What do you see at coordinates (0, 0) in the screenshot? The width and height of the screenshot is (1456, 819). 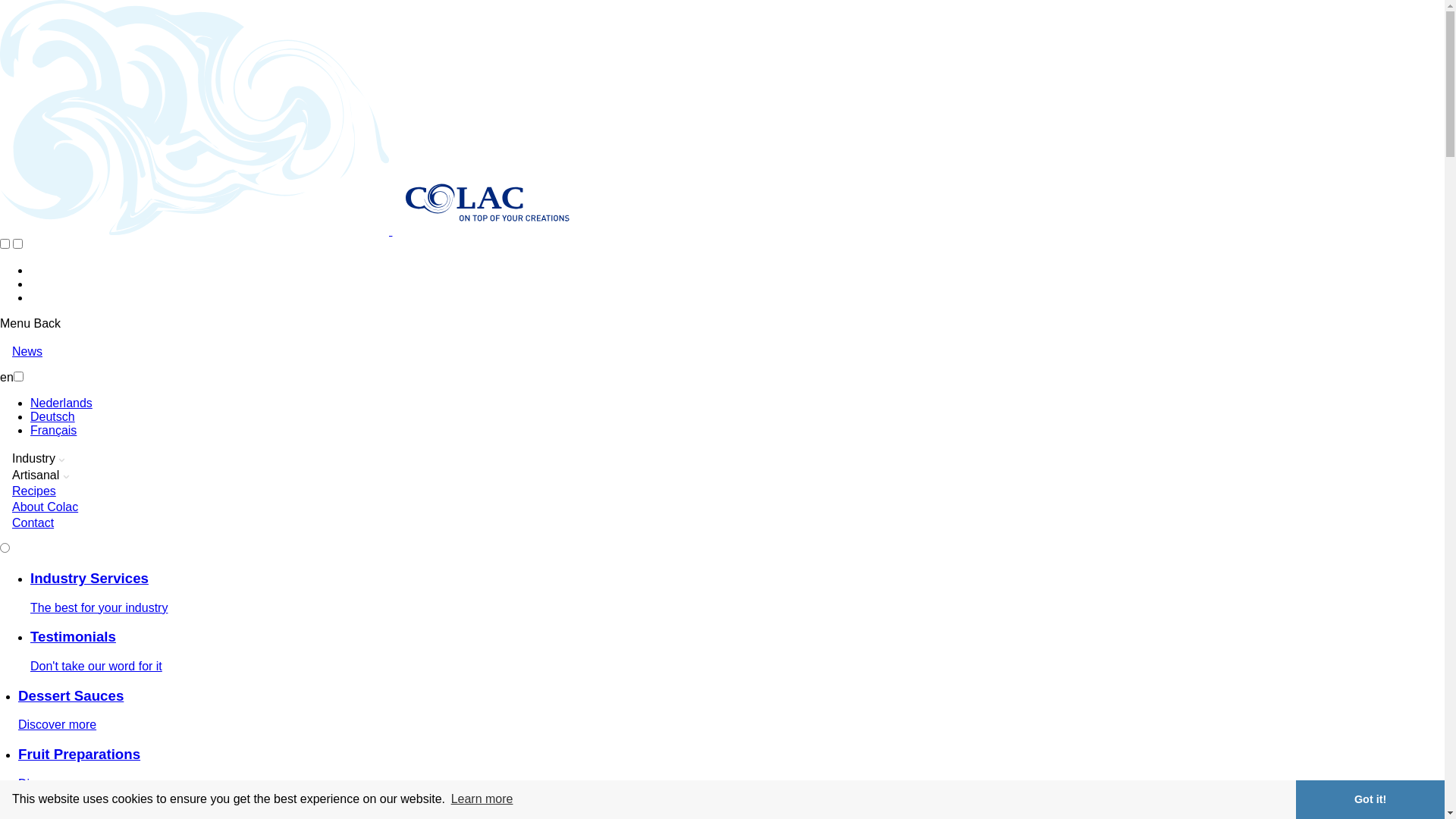 I see `'Skip to main content'` at bounding box center [0, 0].